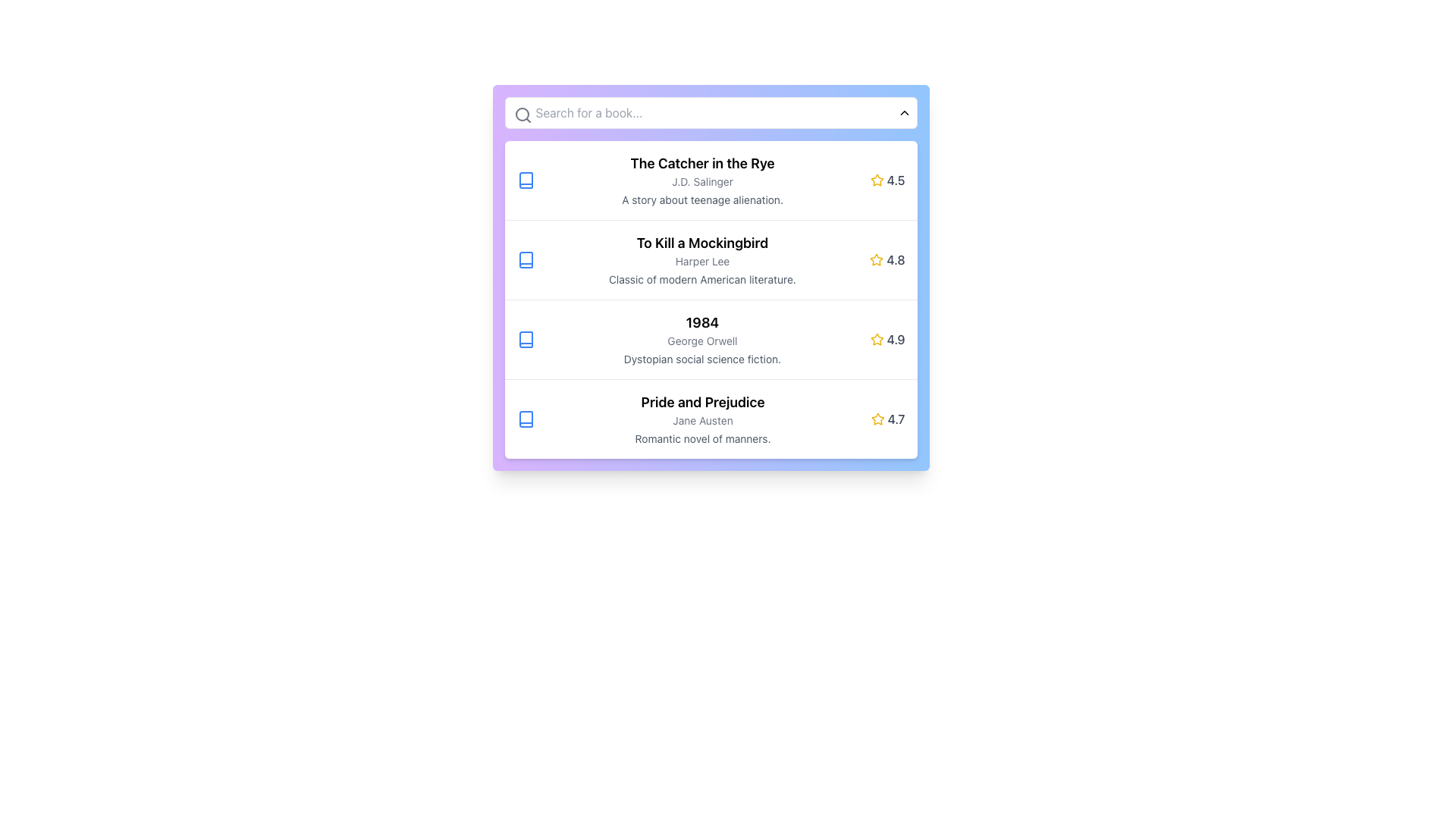 The width and height of the screenshot is (1456, 819). What do you see at coordinates (877, 338) in the screenshot?
I see `the yellow star icon next to the rating value '4.9' for the book '1984'` at bounding box center [877, 338].